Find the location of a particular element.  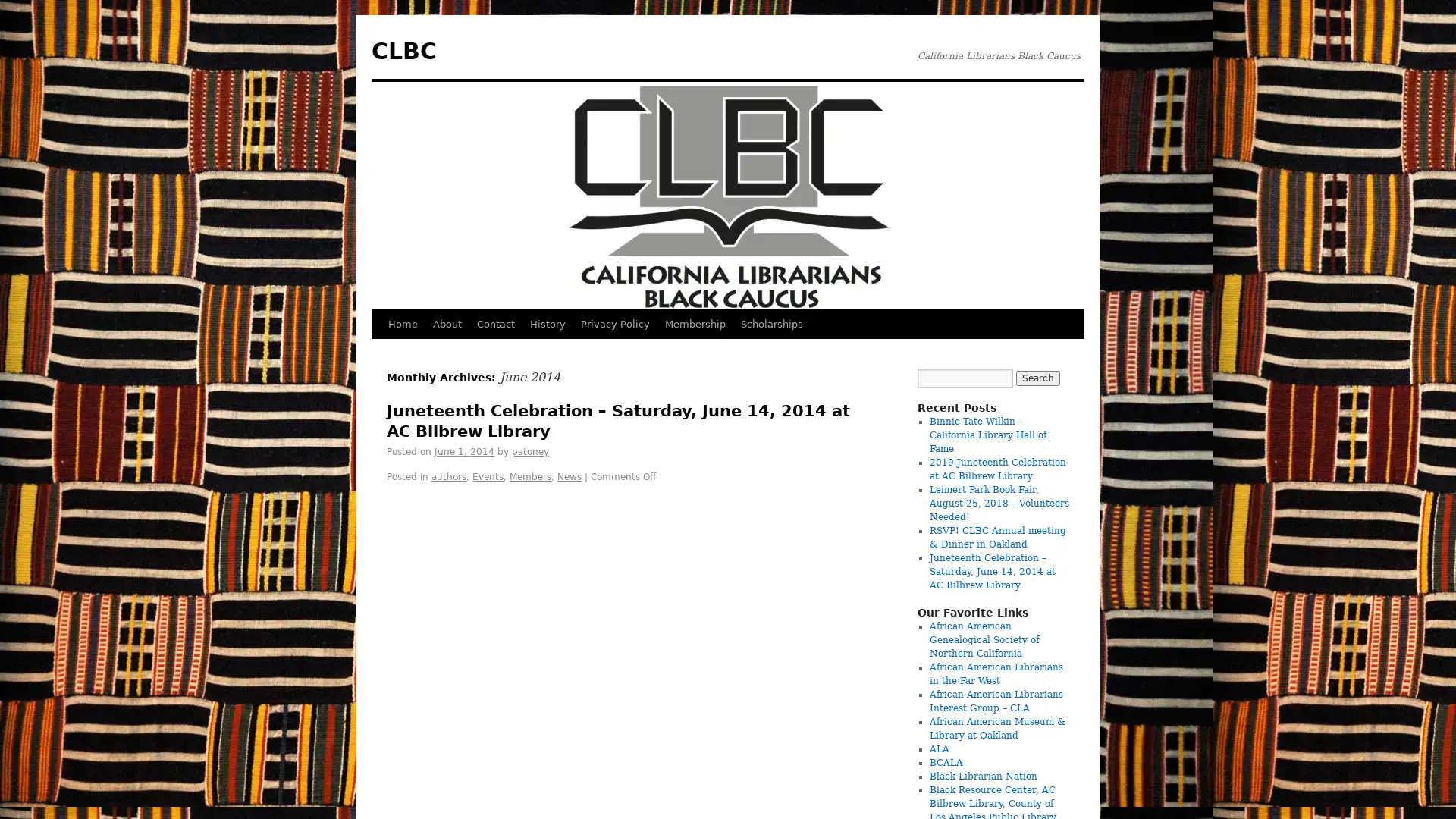

Search is located at coordinates (1037, 377).